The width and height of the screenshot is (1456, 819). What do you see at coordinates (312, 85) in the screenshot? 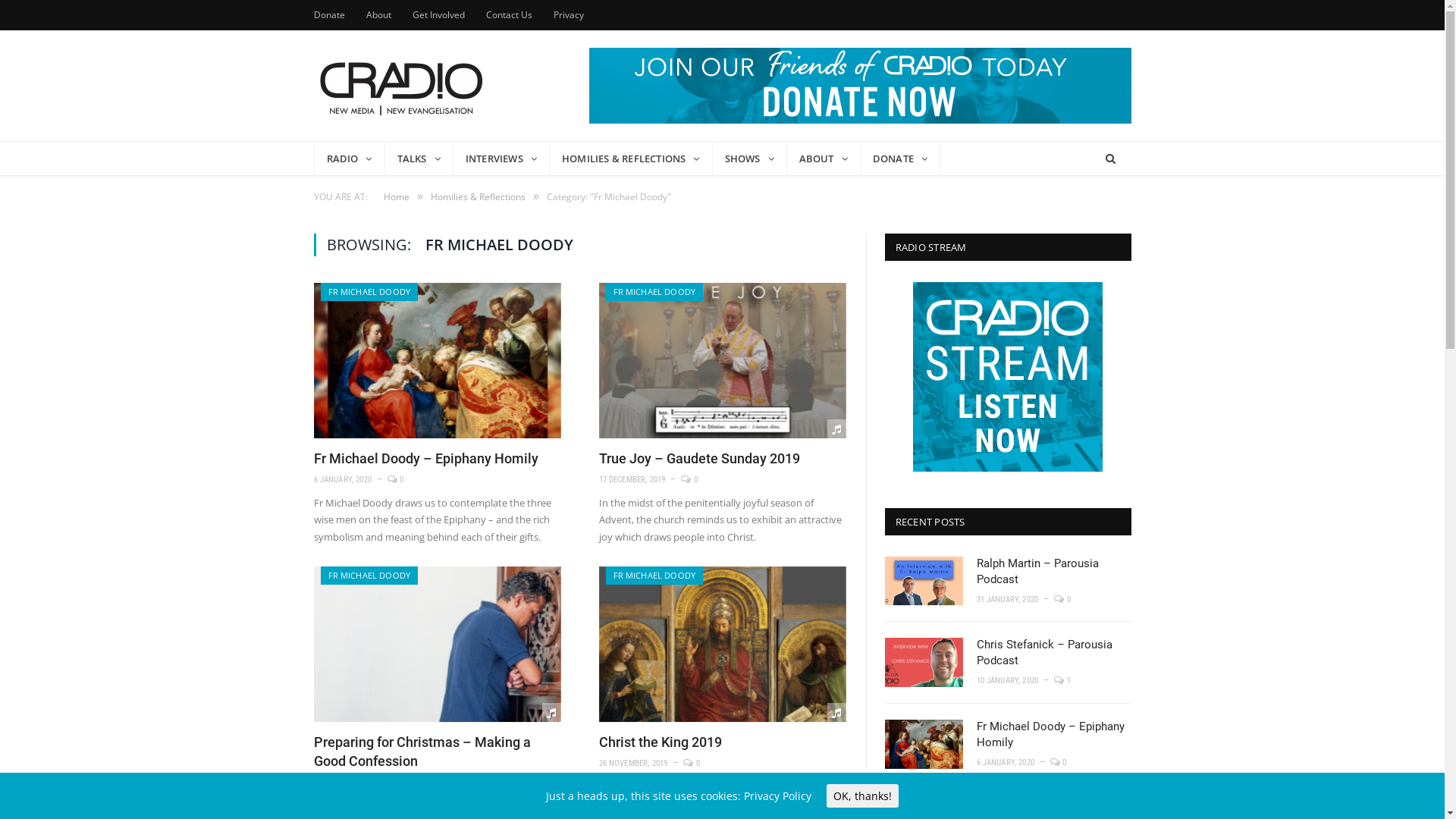
I see `'Cradio'` at bounding box center [312, 85].